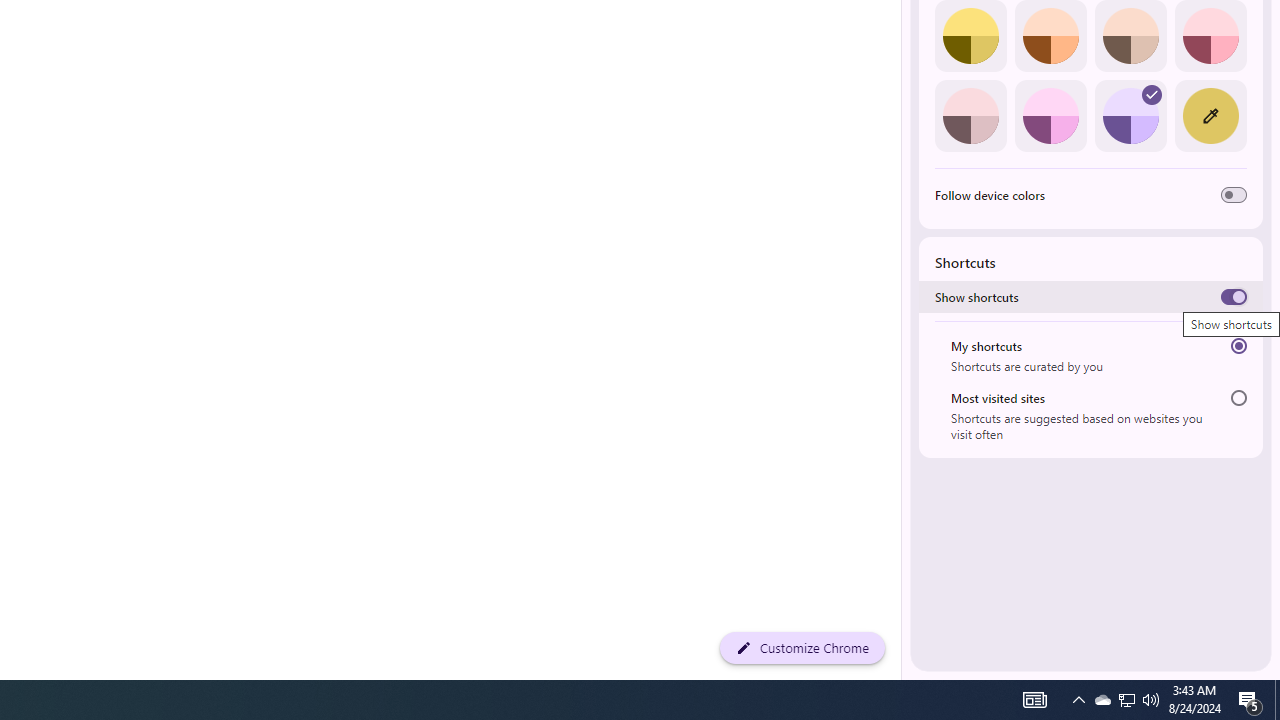  Describe the element at coordinates (1130, 36) in the screenshot. I see `'Apricot'` at that location.